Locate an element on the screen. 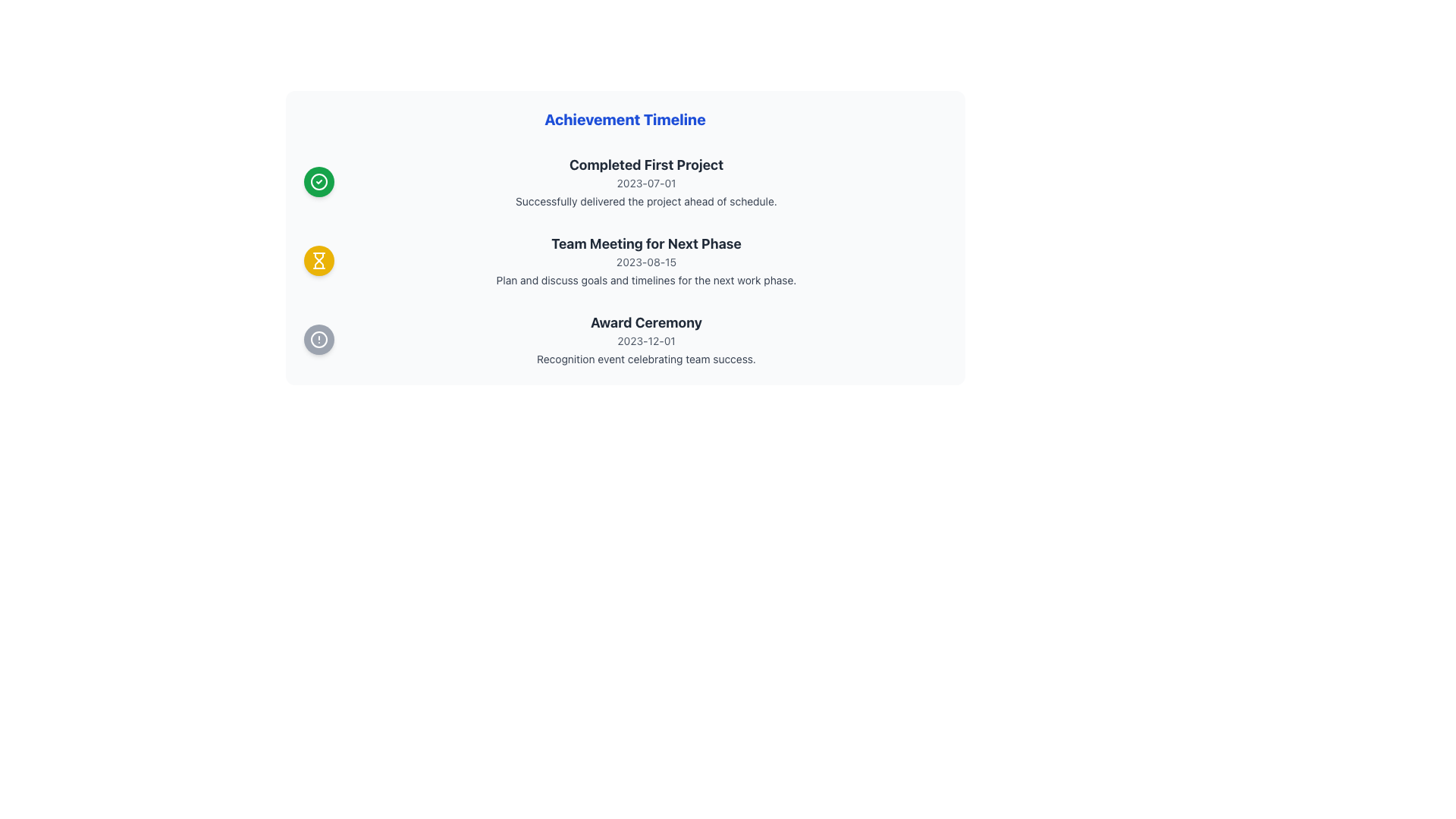 This screenshot has width=1456, height=819. the text element displaying '2023-07-01', which is located below the title 'Completed First Project' in the timeline layout is located at coordinates (646, 183).